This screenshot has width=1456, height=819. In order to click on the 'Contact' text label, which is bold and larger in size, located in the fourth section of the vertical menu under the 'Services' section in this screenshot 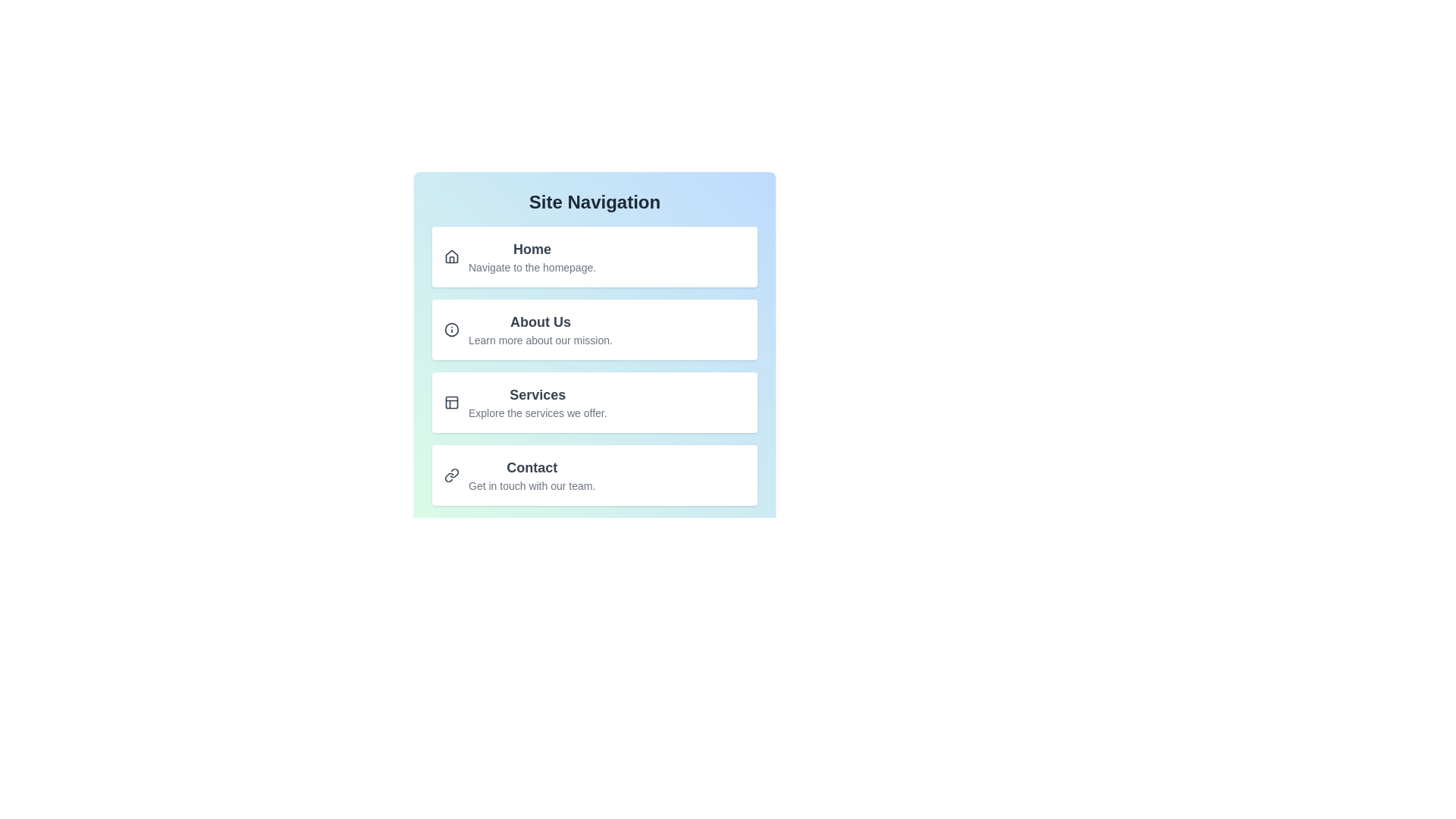, I will do `click(532, 467)`.